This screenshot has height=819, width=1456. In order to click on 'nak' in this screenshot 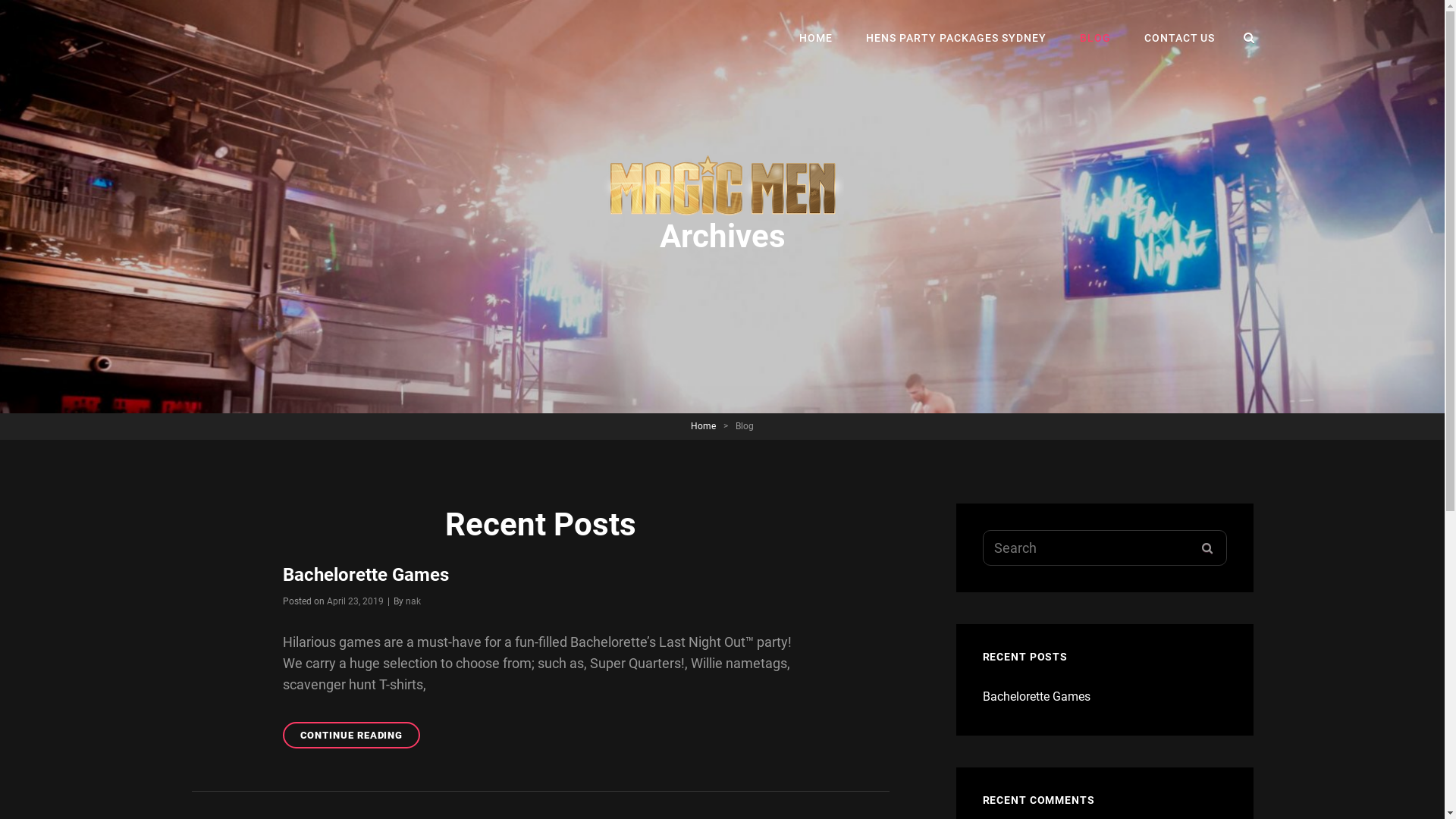, I will do `click(412, 601)`.